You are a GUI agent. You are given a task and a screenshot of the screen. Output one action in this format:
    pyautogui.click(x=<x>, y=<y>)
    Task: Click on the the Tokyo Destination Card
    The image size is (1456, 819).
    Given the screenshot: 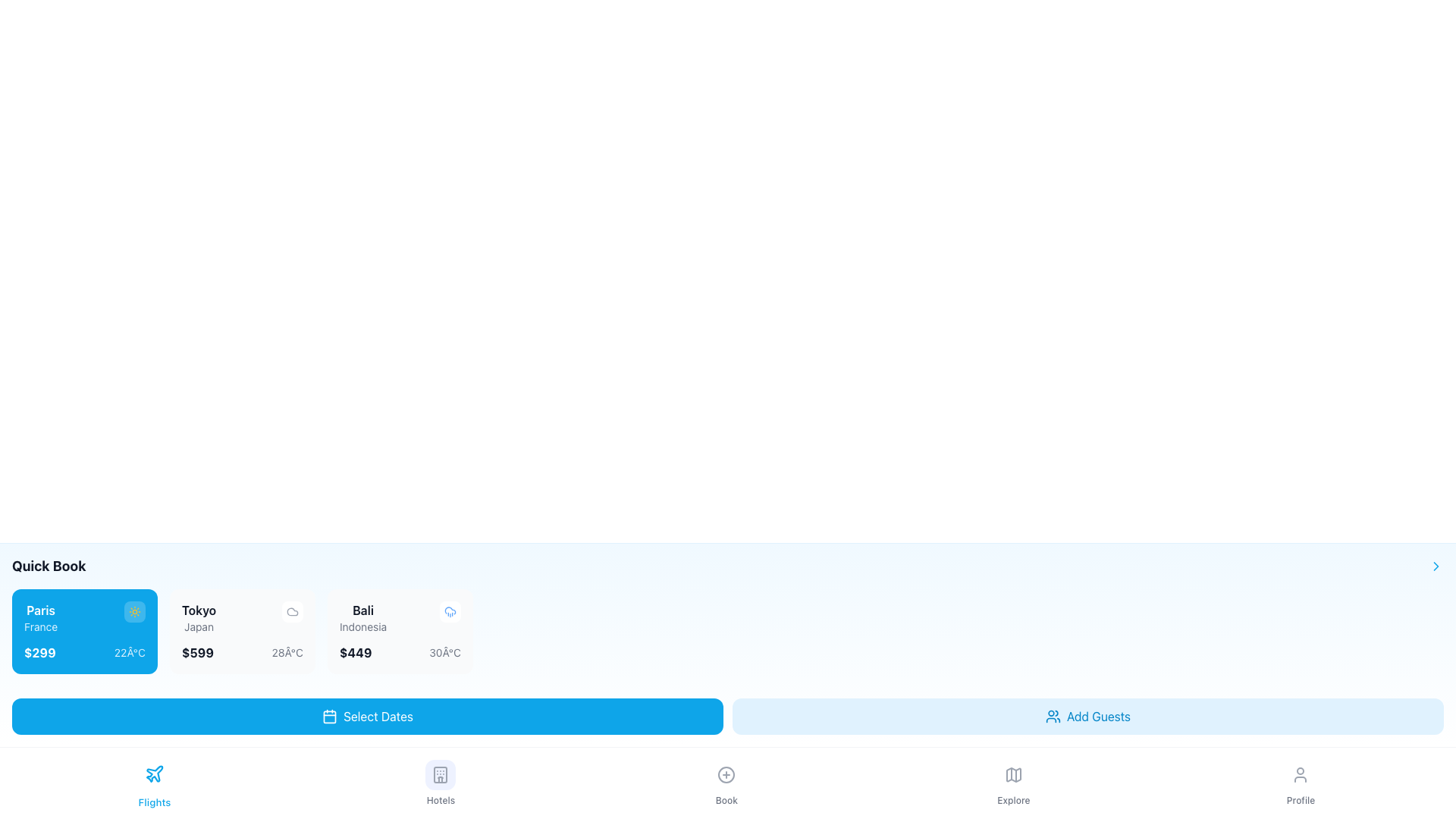 What is the action you would take?
    pyautogui.click(x=243, y=632)
    